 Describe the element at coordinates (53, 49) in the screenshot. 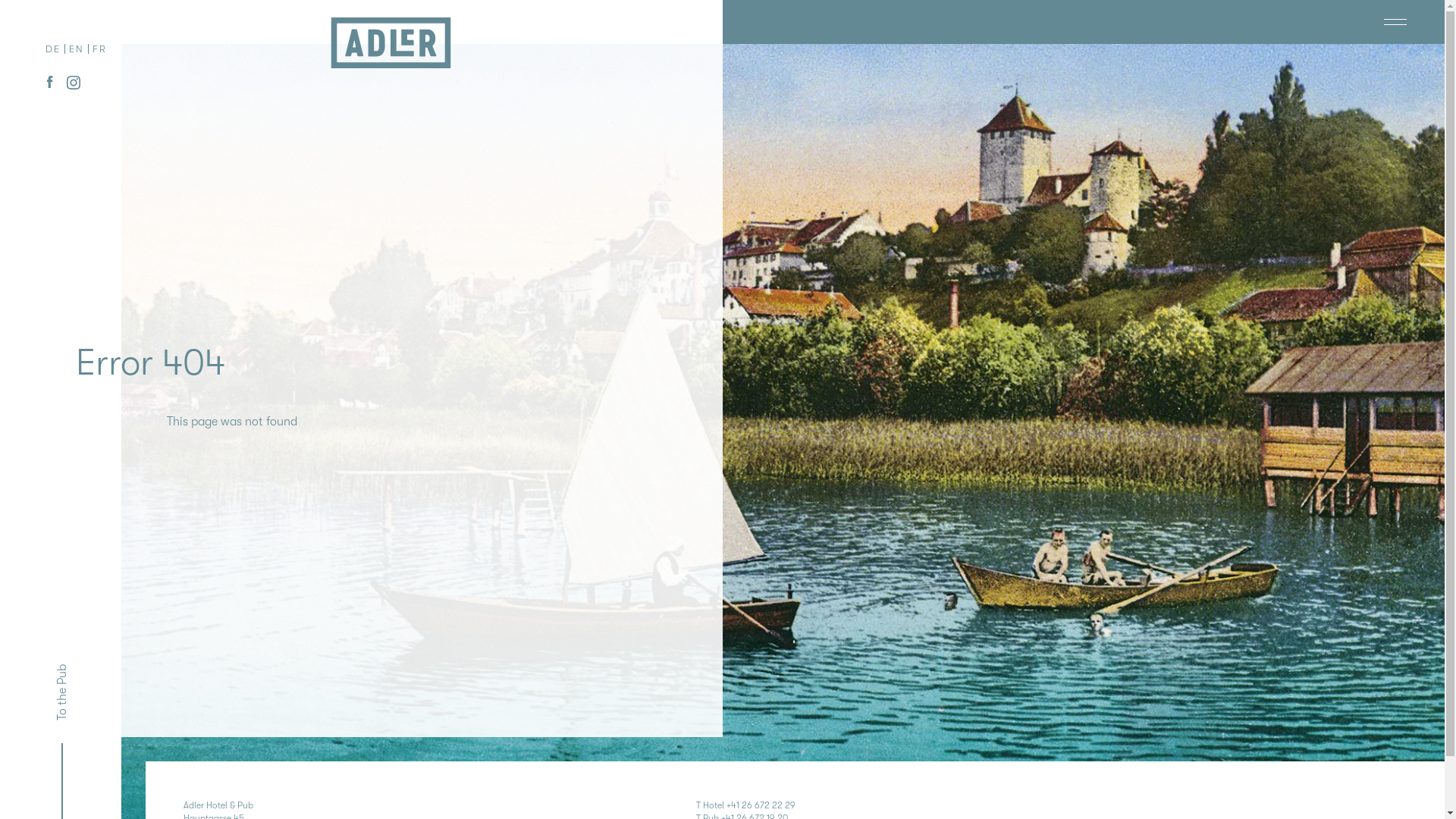

I see `'DE'` at that location.